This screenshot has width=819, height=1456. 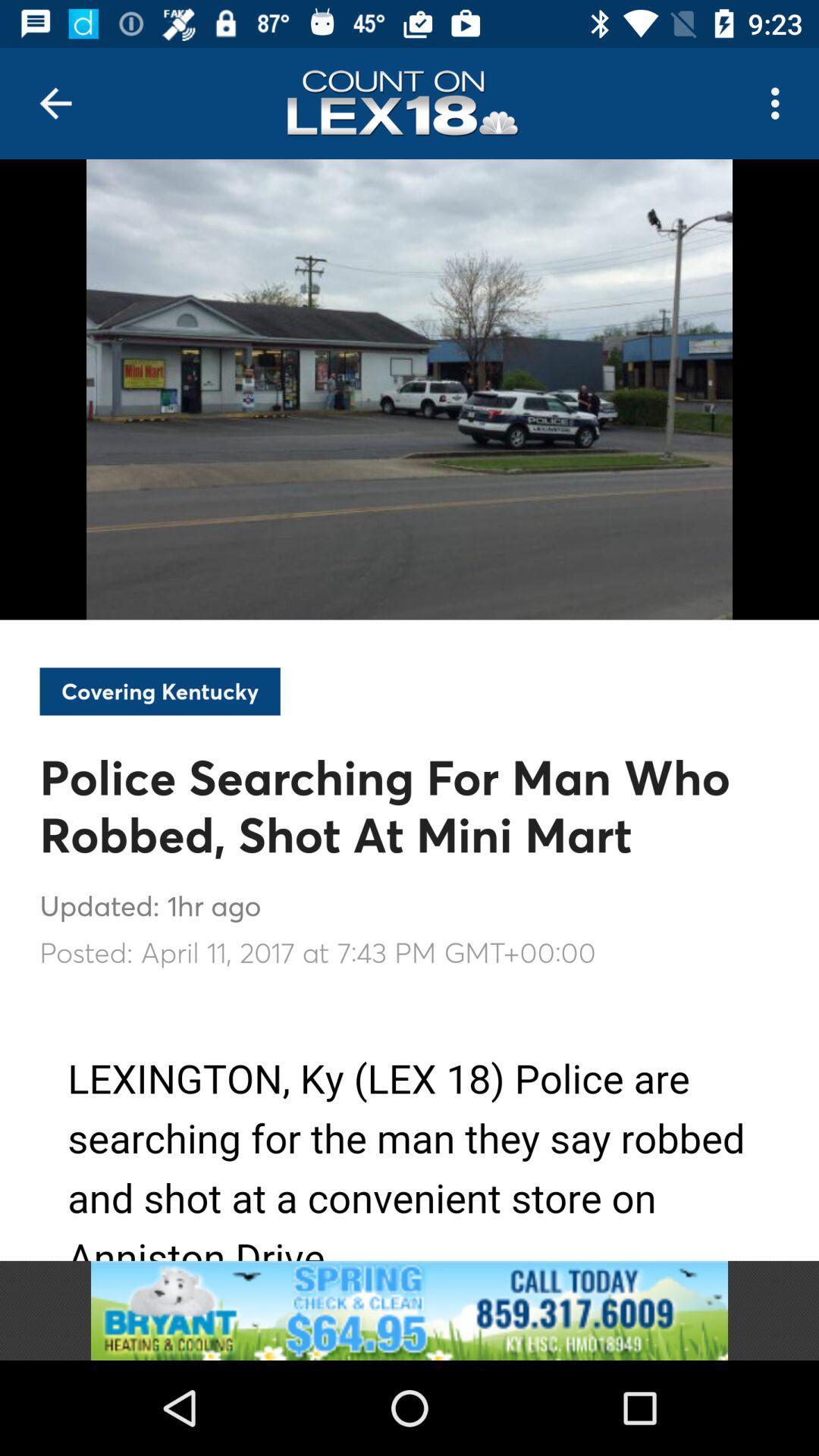 I want to click on bryant heating and cooling advertisement, so click(x=409, y=1310).